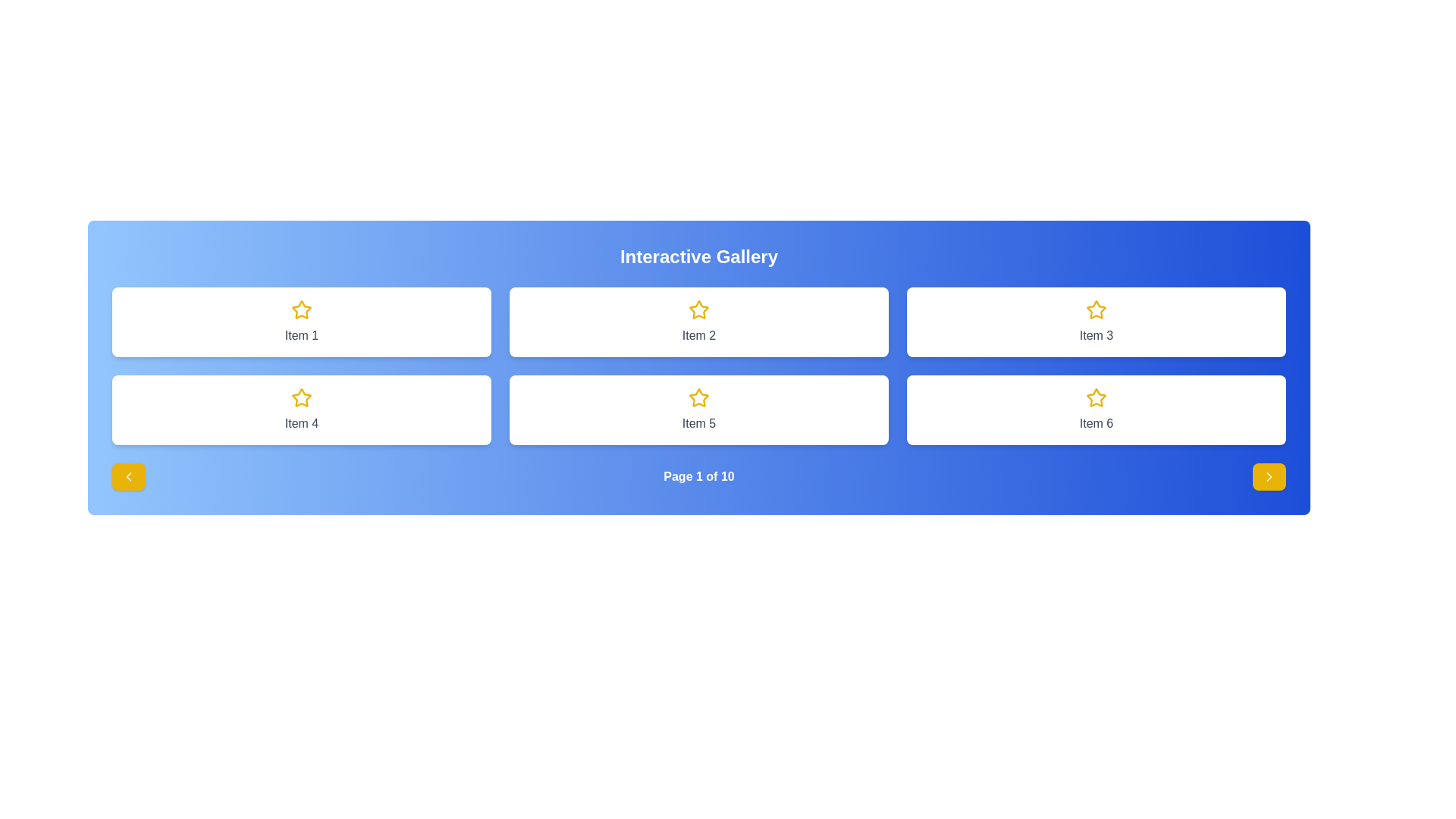  What do you see at coordinates (698, 397) in the screenshot?
I see `the star icon located in the second column of the bottom row under the 'Item 5' label, which serves as a visual indicator in a star rating system` at bounding box center [698, 397].